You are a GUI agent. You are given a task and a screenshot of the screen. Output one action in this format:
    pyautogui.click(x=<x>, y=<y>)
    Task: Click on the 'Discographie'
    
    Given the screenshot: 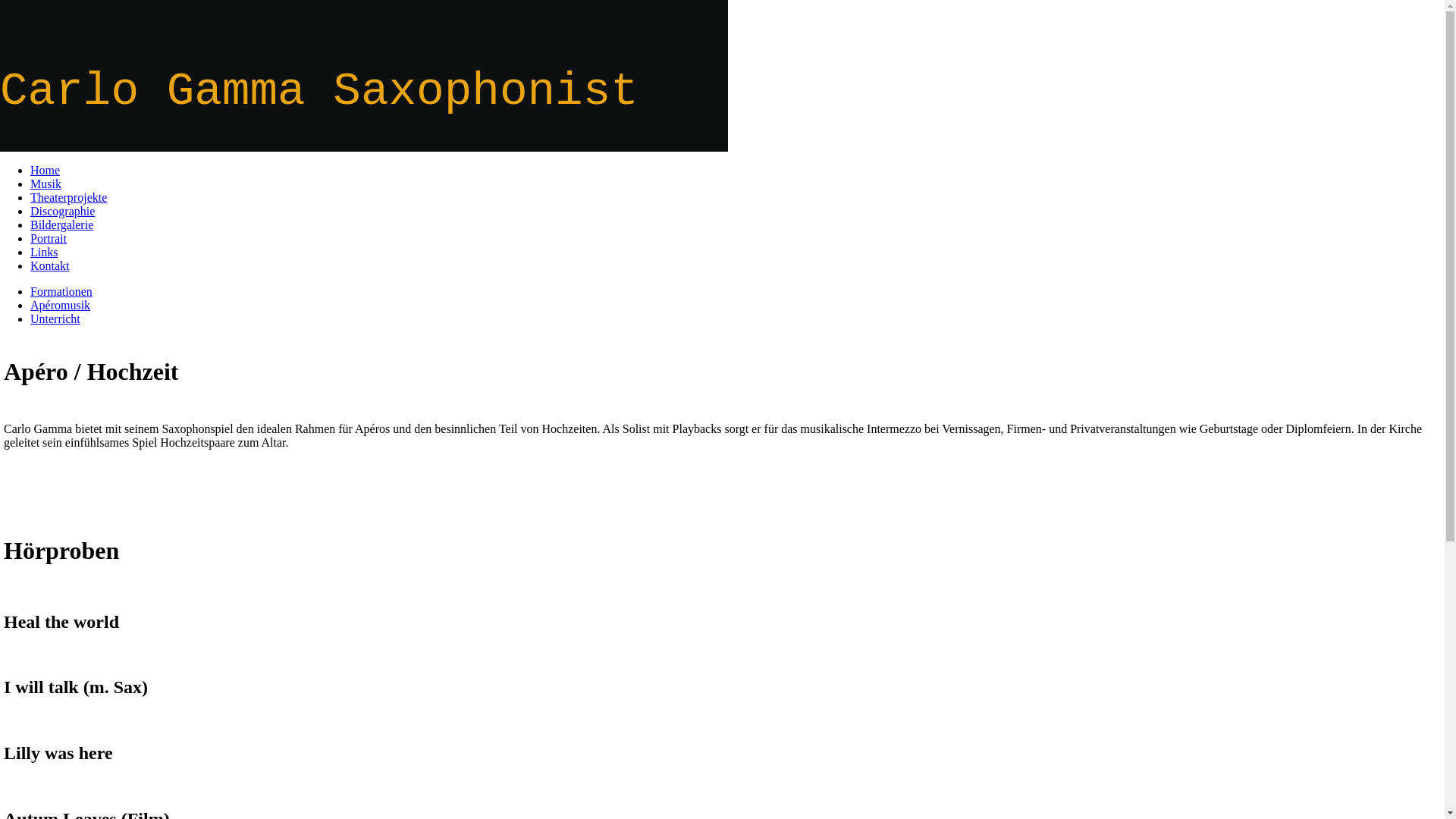 What is the action you would take?
    pyautogui.click(x=61, y=211)
    